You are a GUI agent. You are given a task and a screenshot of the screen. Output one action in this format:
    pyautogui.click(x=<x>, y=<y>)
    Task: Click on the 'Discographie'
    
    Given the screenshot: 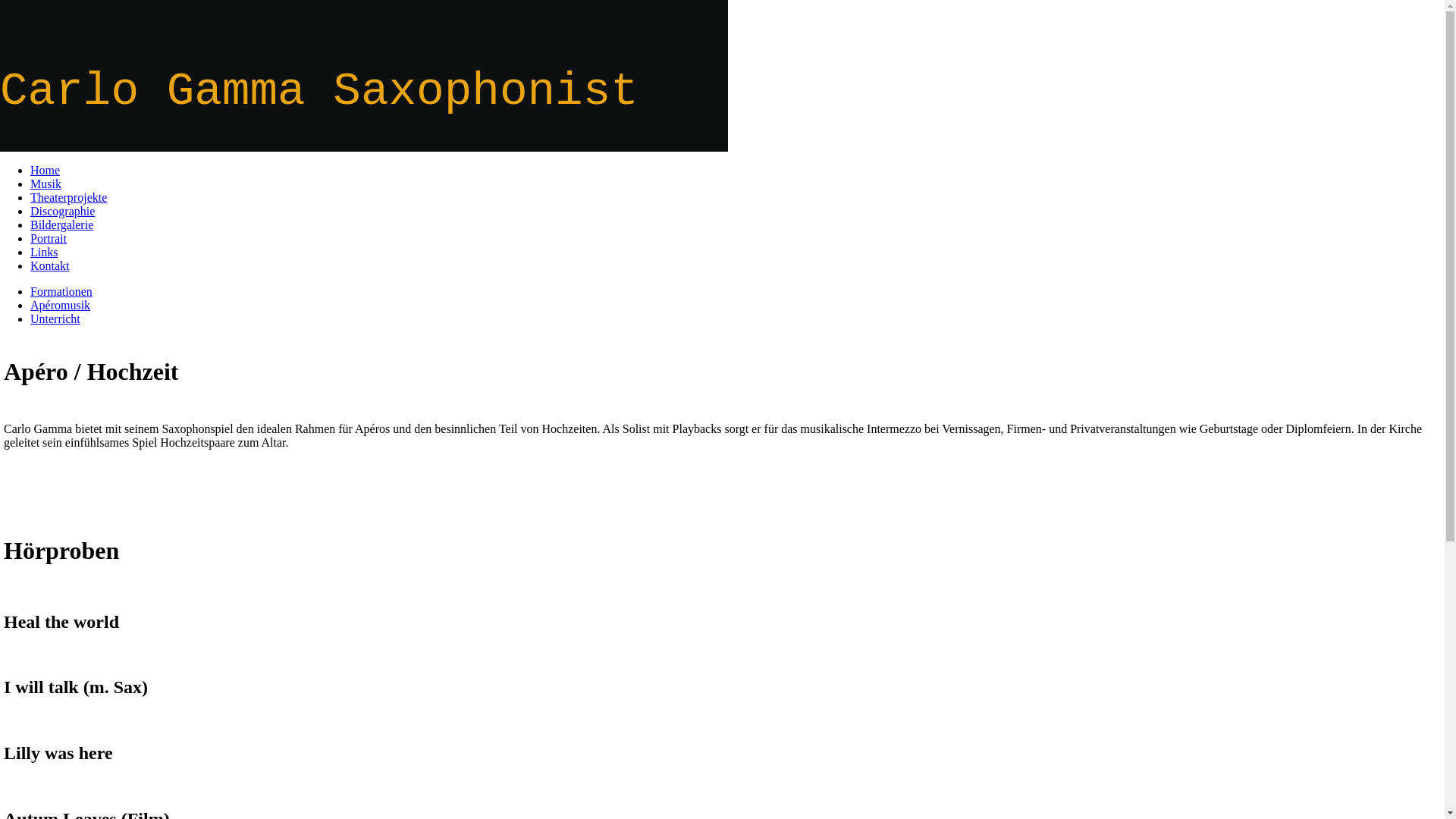 What is the action you would take?
    pyautogui.click(x=61, y=211)
    